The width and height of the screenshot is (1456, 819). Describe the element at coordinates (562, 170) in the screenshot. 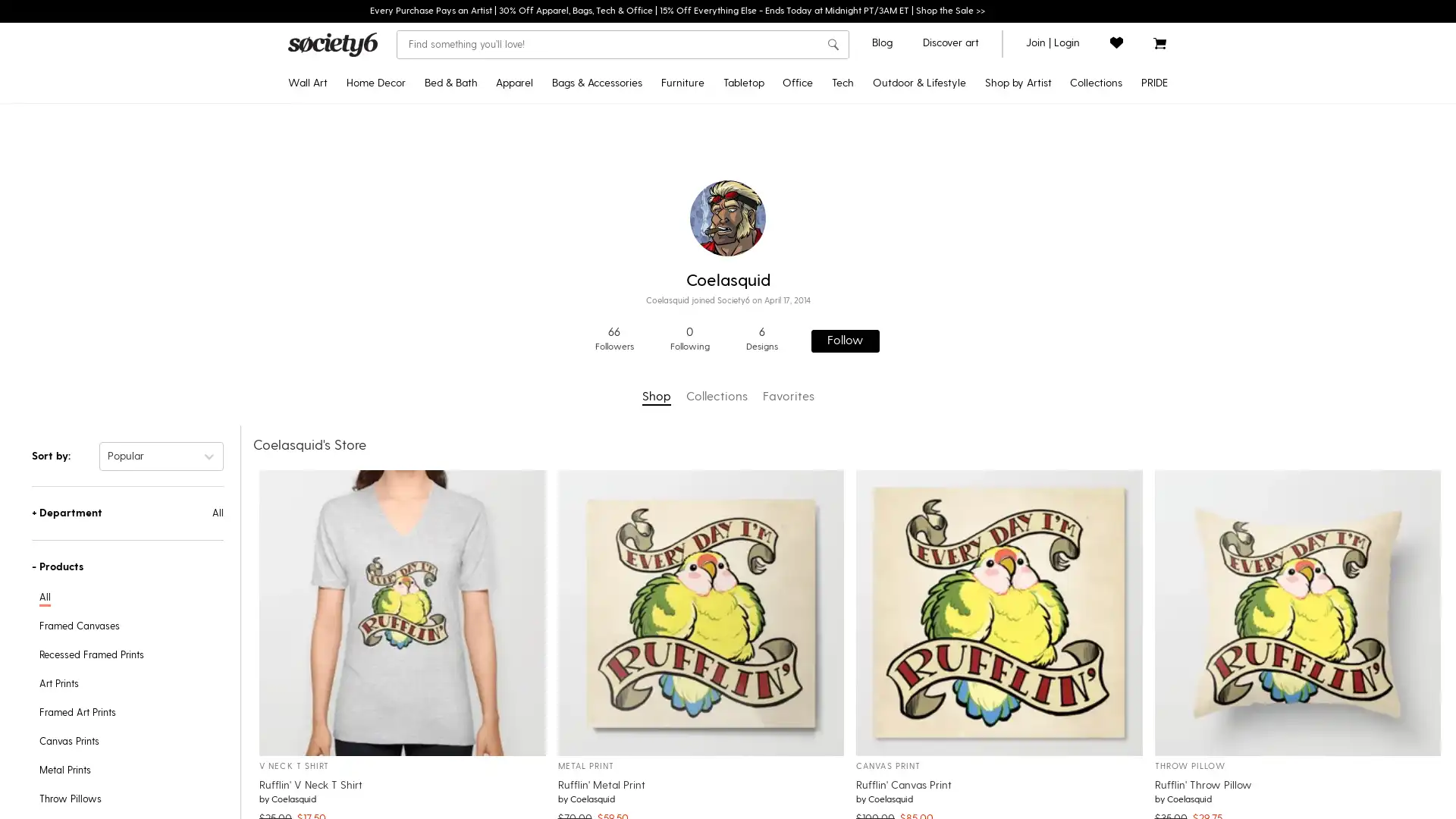

I see `Hoodies` at that location.